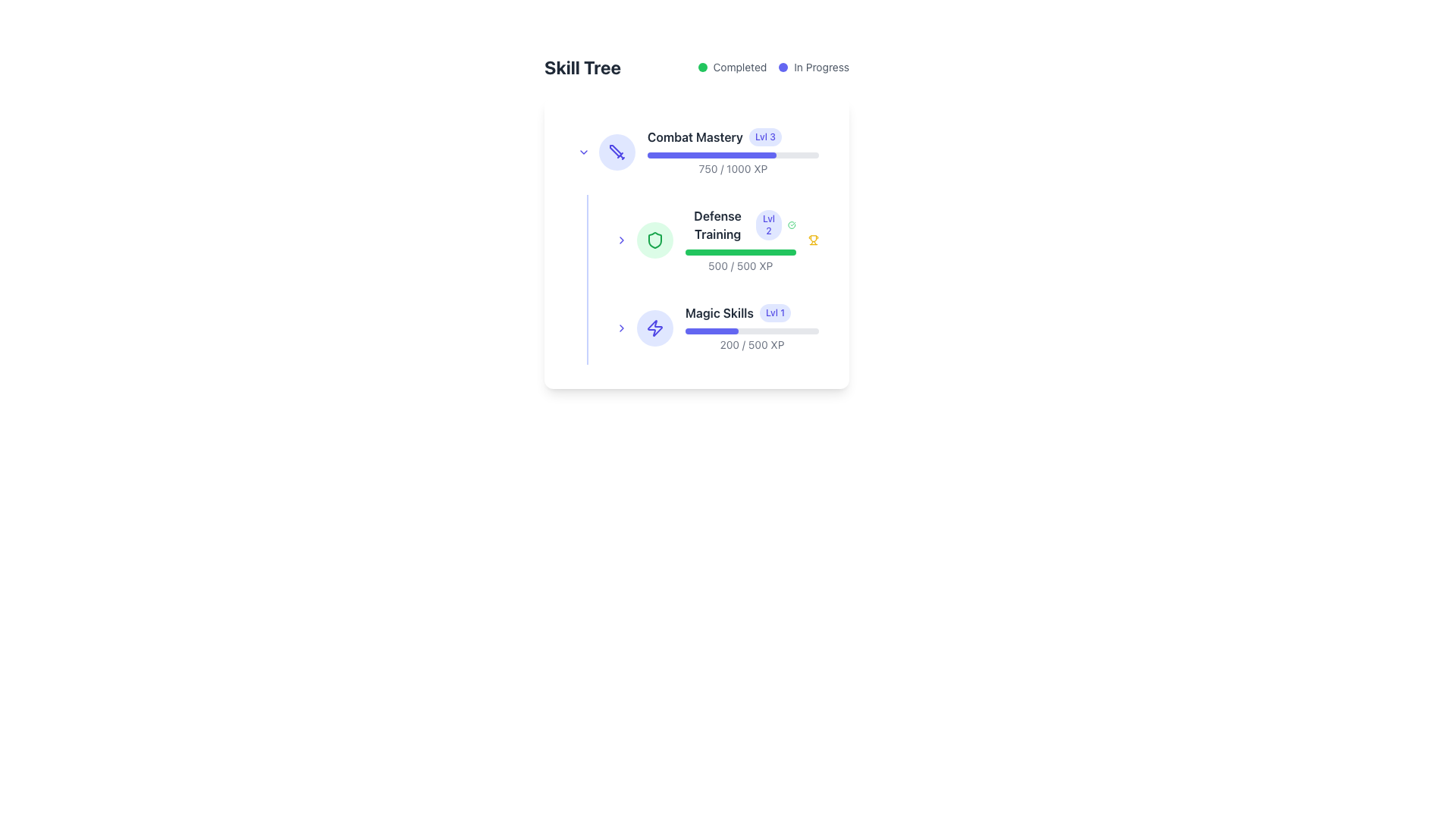 The image size is (1456, 819). Describe the element at coordinates (582, 66) in the screenshot. I see `displayed text of the prominent bold heading that says 'Skill Tree', located at the top-left corner of the interface` at that location.